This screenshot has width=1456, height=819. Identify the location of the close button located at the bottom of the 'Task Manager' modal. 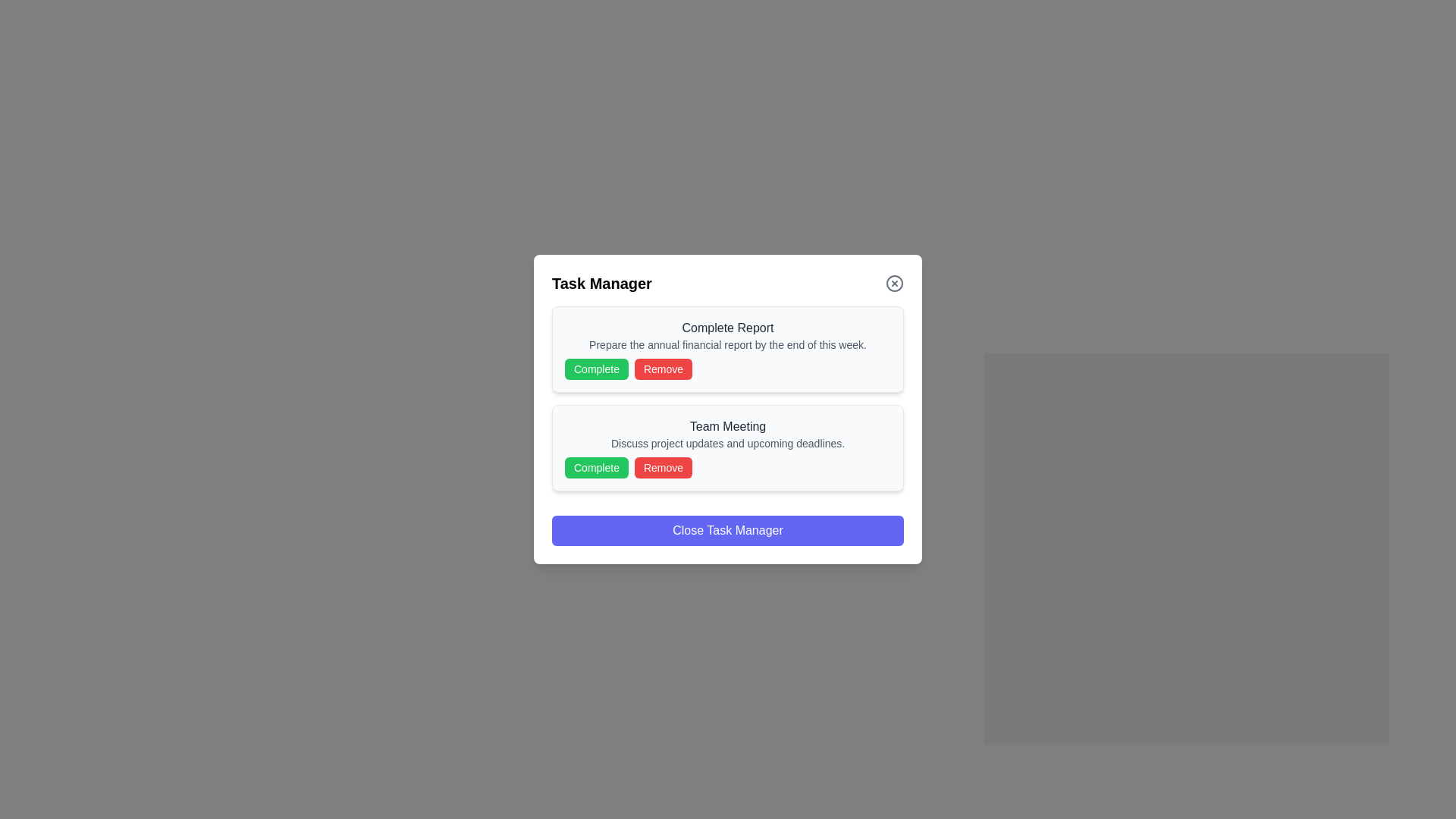
(728, 529).